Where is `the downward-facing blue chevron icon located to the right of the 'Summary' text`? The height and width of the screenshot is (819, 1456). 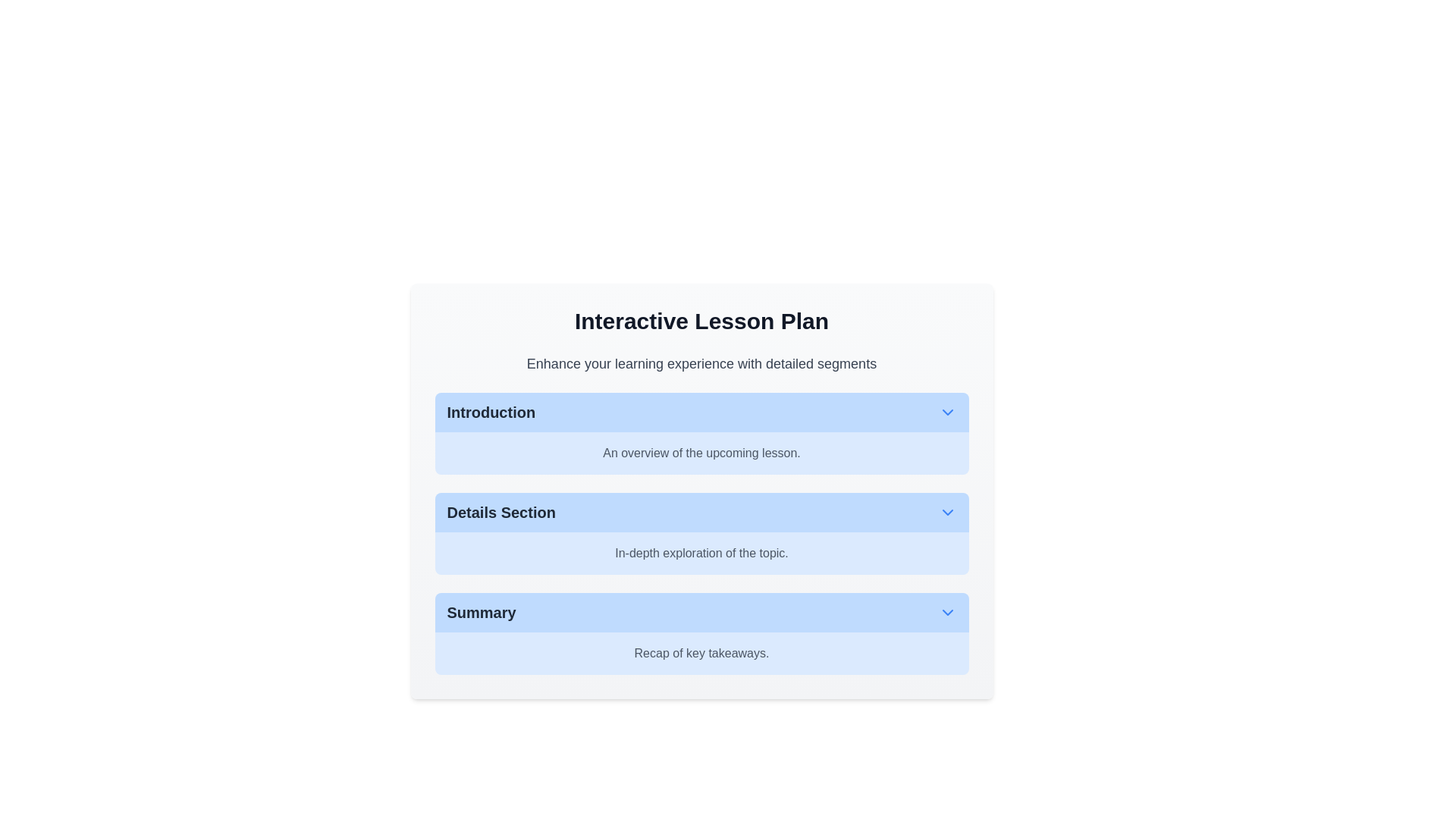 the downward-facing blue chevron icon located to the right of the 'Summary' text is located at coordinates (946, 611).